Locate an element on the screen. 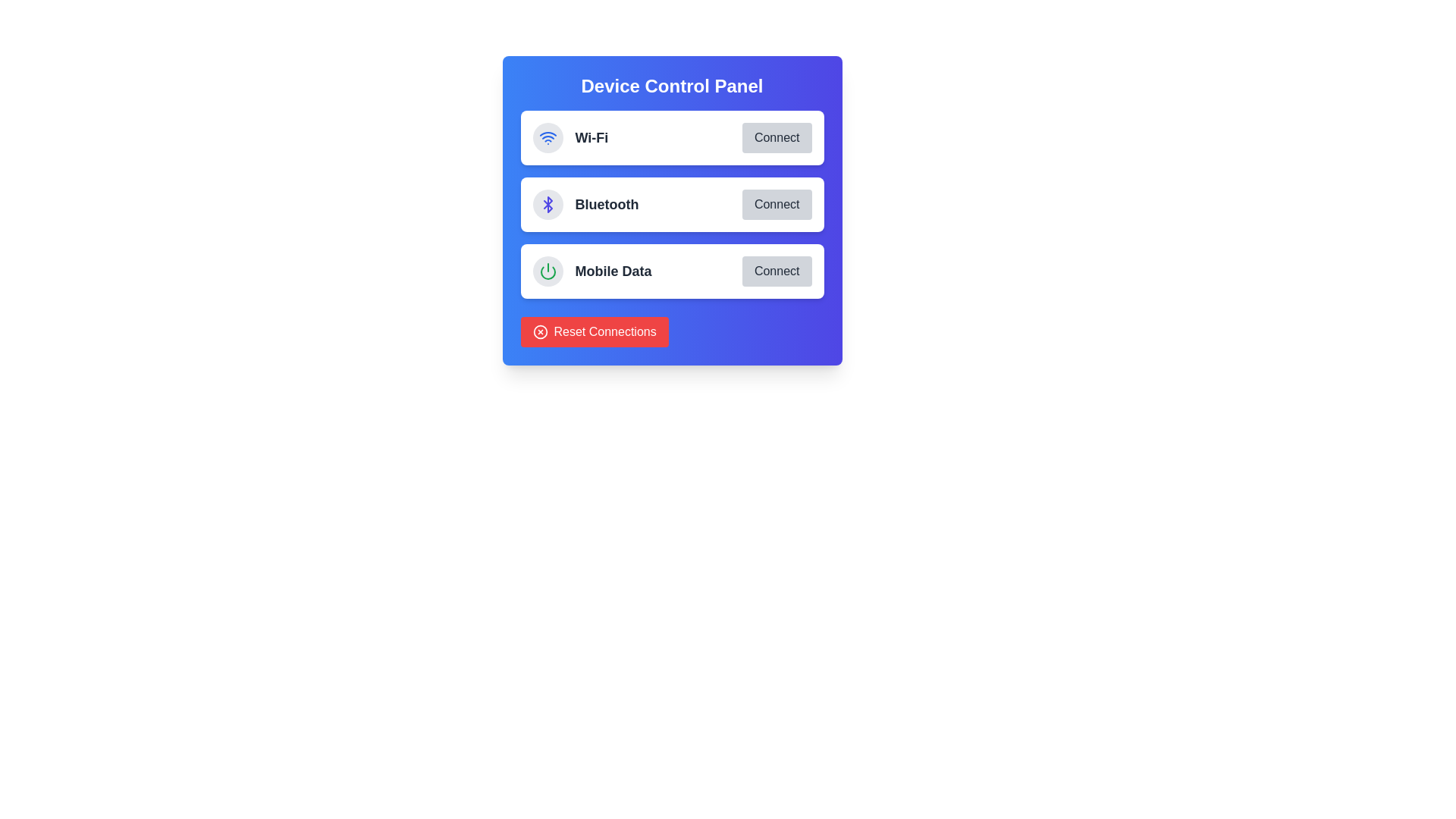  the circular Bluetooth icon with a gray background and blue symbol, located in the Device Control Panel between the 'Wi-Fi' and 'Mobile Data' options is located at coordinates (547, 205).